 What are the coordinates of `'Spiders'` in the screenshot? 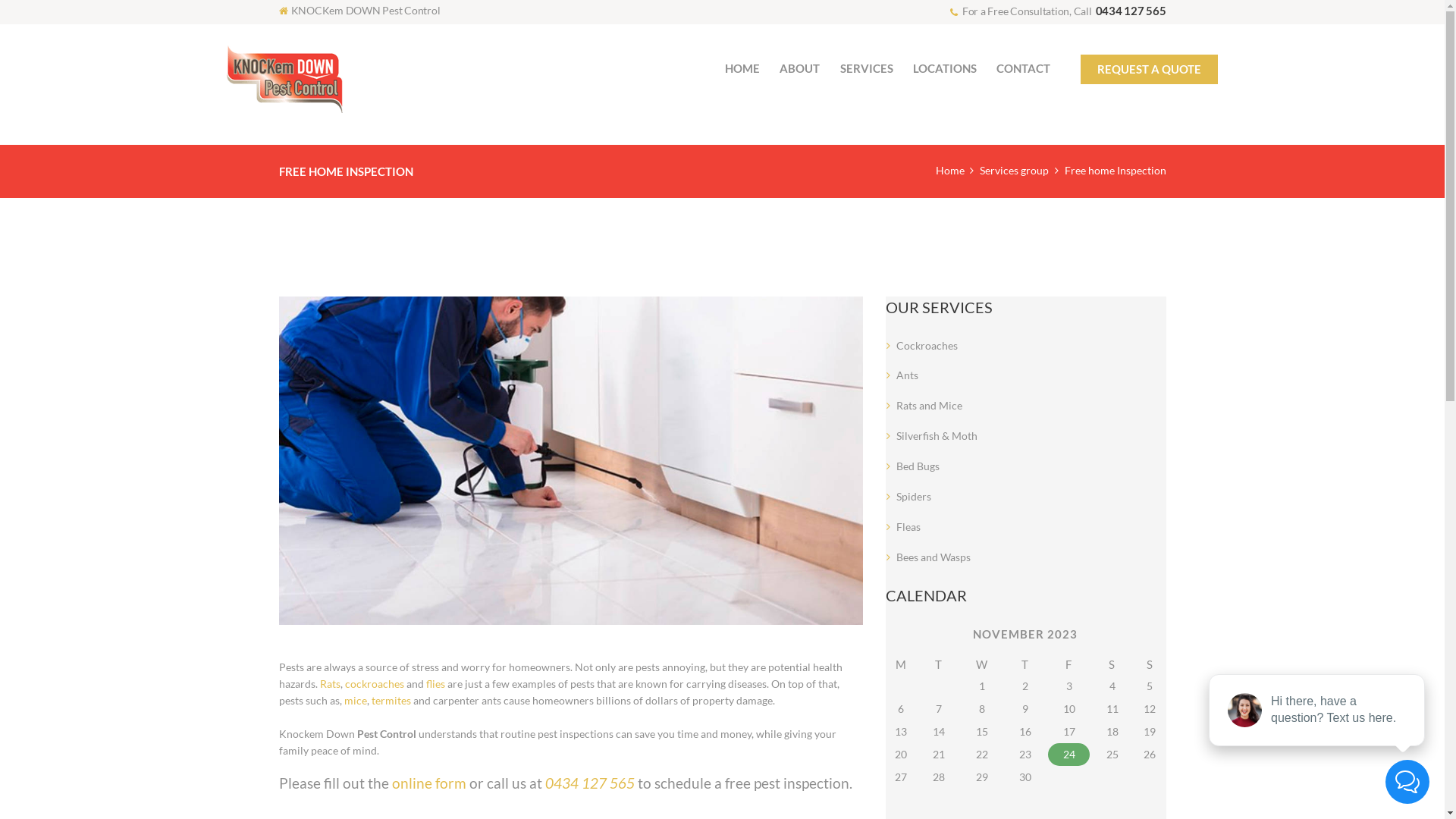 It's located at (912, 496).